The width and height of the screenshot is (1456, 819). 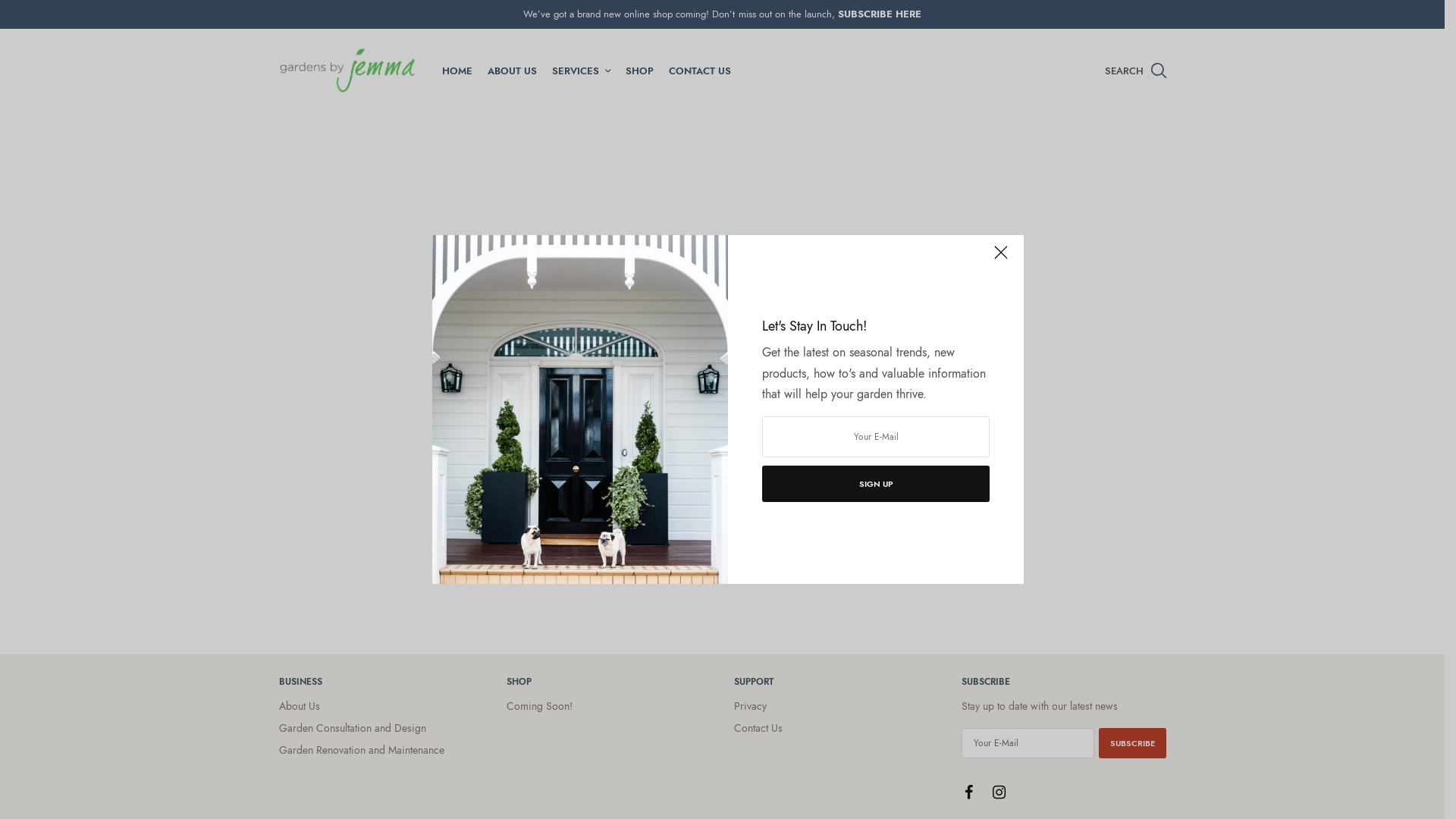 I want to click on 'HOME', so click(x=455, y=71).